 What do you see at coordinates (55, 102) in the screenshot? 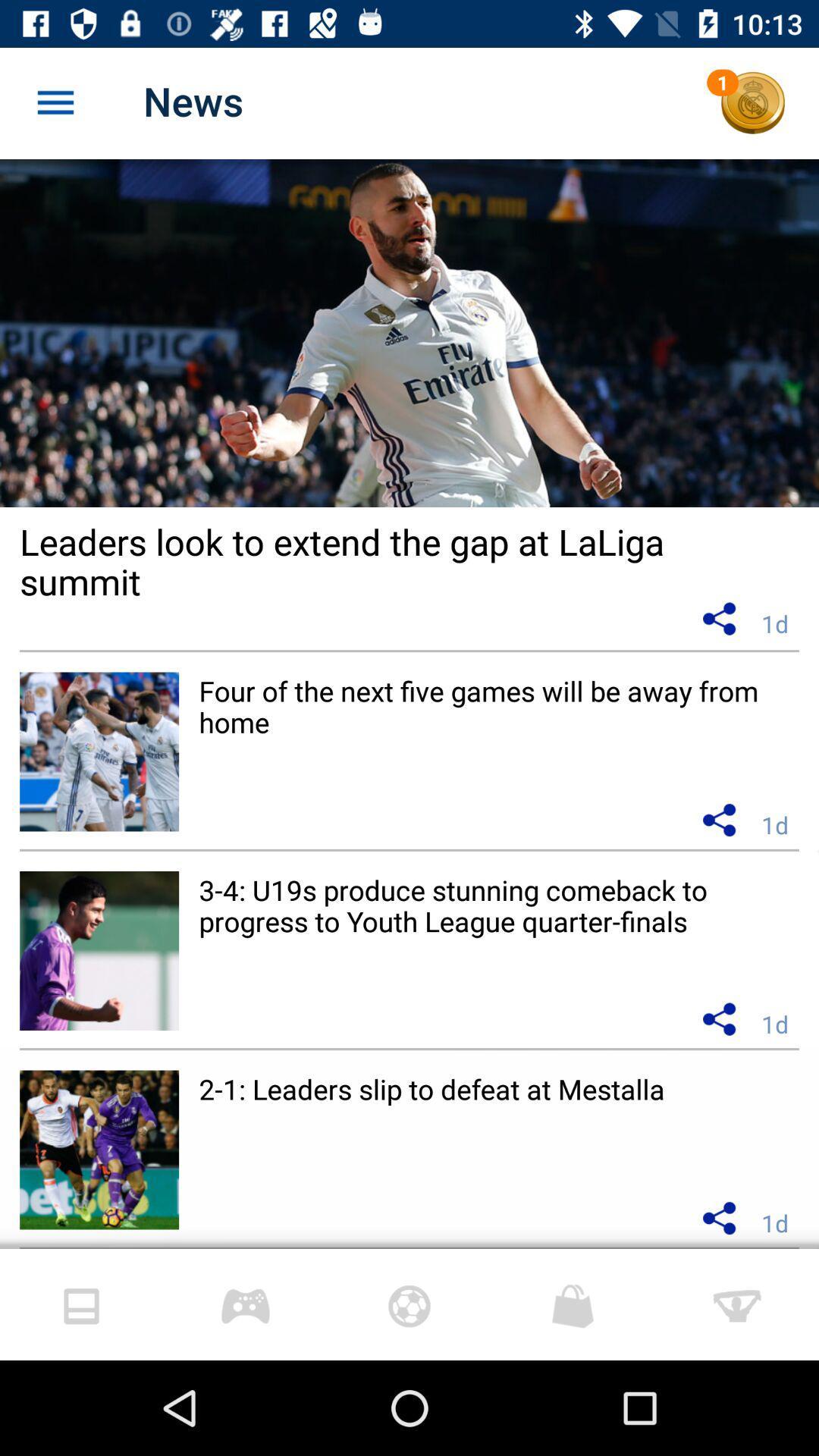
I see `the menu icon` at bounding box center [55, 102].